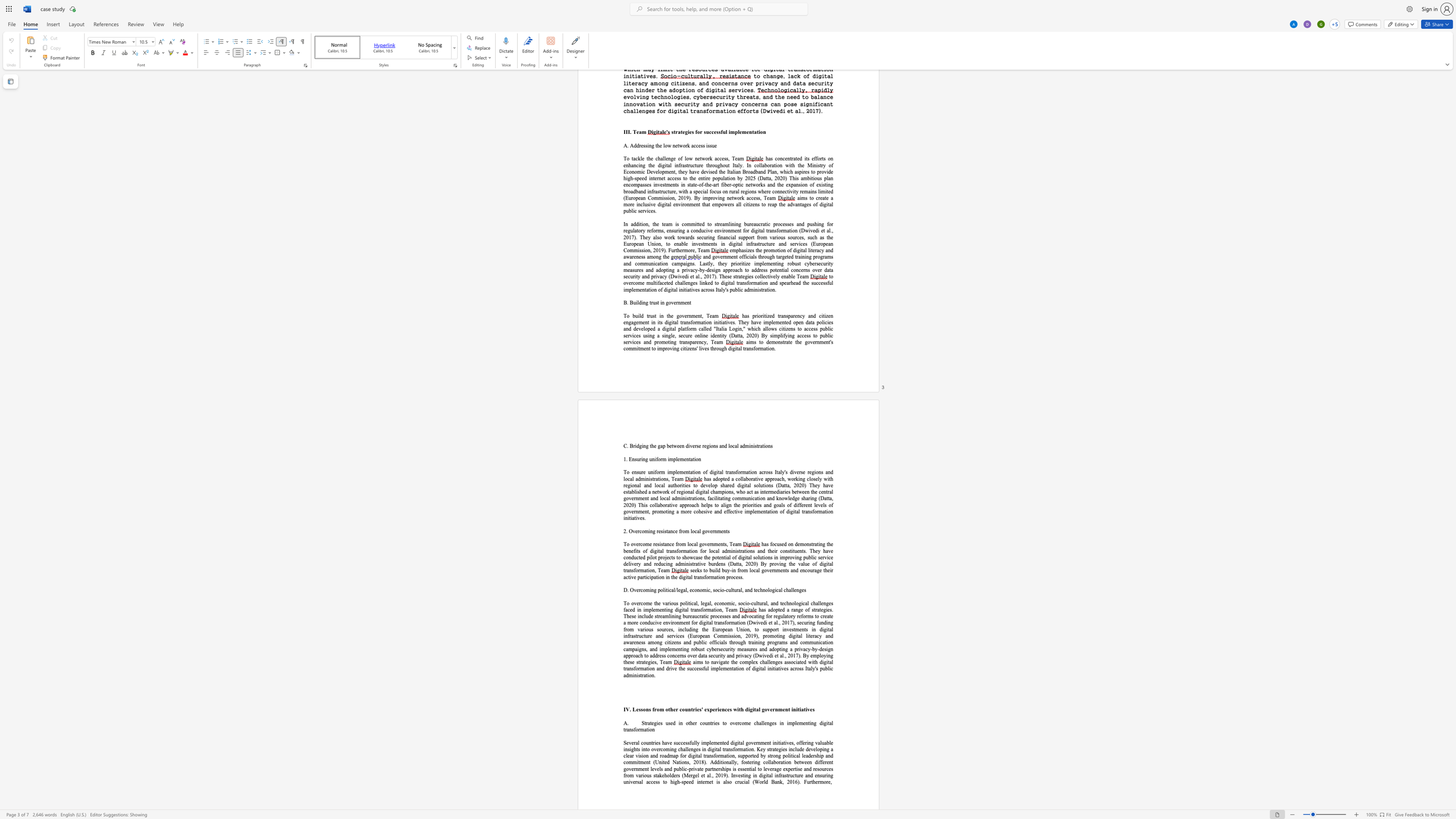 The height and width of the screenshot is (819, 1456). What do you see at coordinates (776, 543) in the screenshot?
I see `the space between the continuous character "c" and "u" in the text` at bounding box center [776, 543].